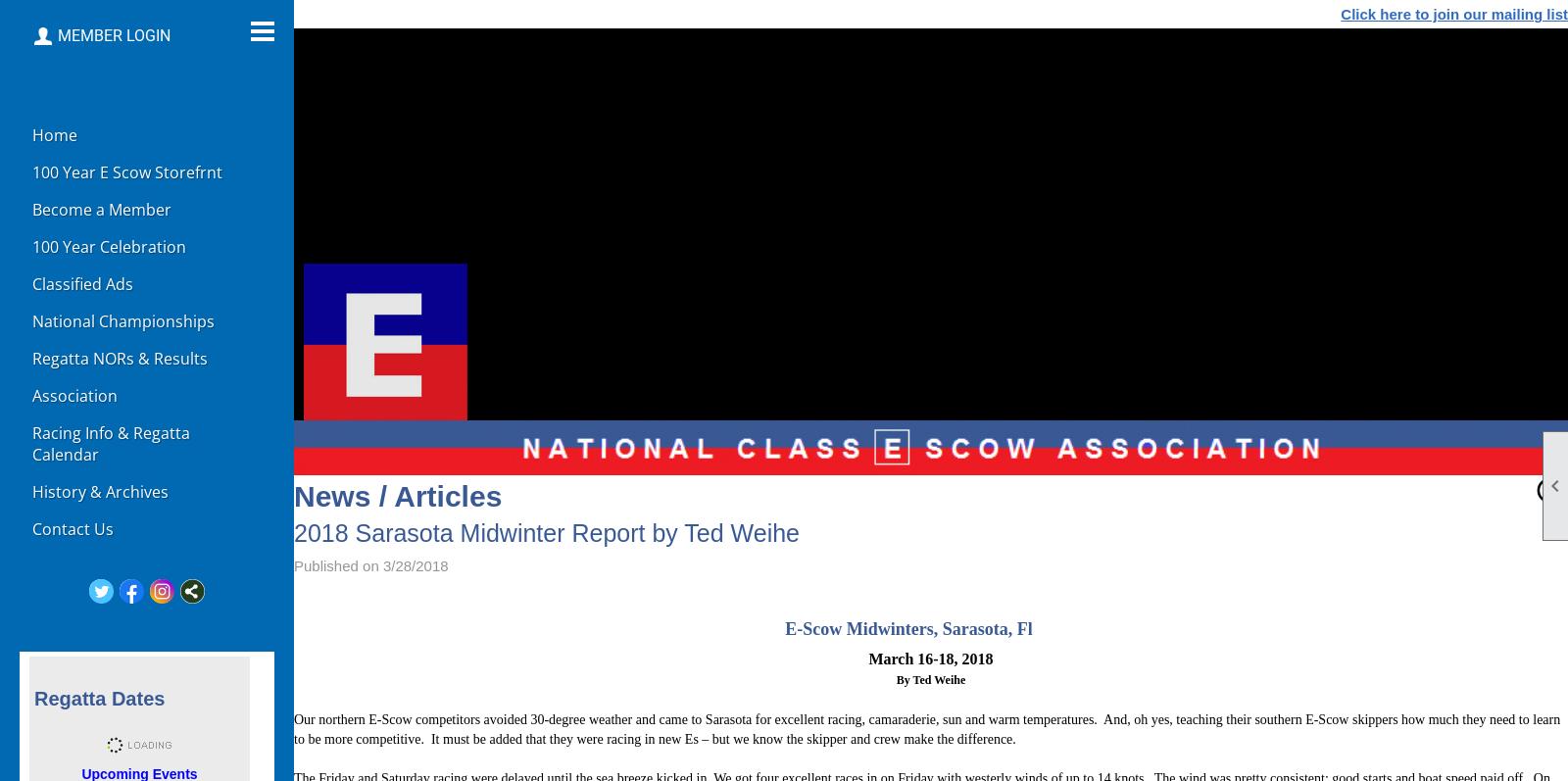 The width and height of the screenshot is (1568, 781). What do you see at coordinates (1340, 13) in the screenshot?
I see `'Click here to join our mailing list'` at bounding box center [1340, 13].